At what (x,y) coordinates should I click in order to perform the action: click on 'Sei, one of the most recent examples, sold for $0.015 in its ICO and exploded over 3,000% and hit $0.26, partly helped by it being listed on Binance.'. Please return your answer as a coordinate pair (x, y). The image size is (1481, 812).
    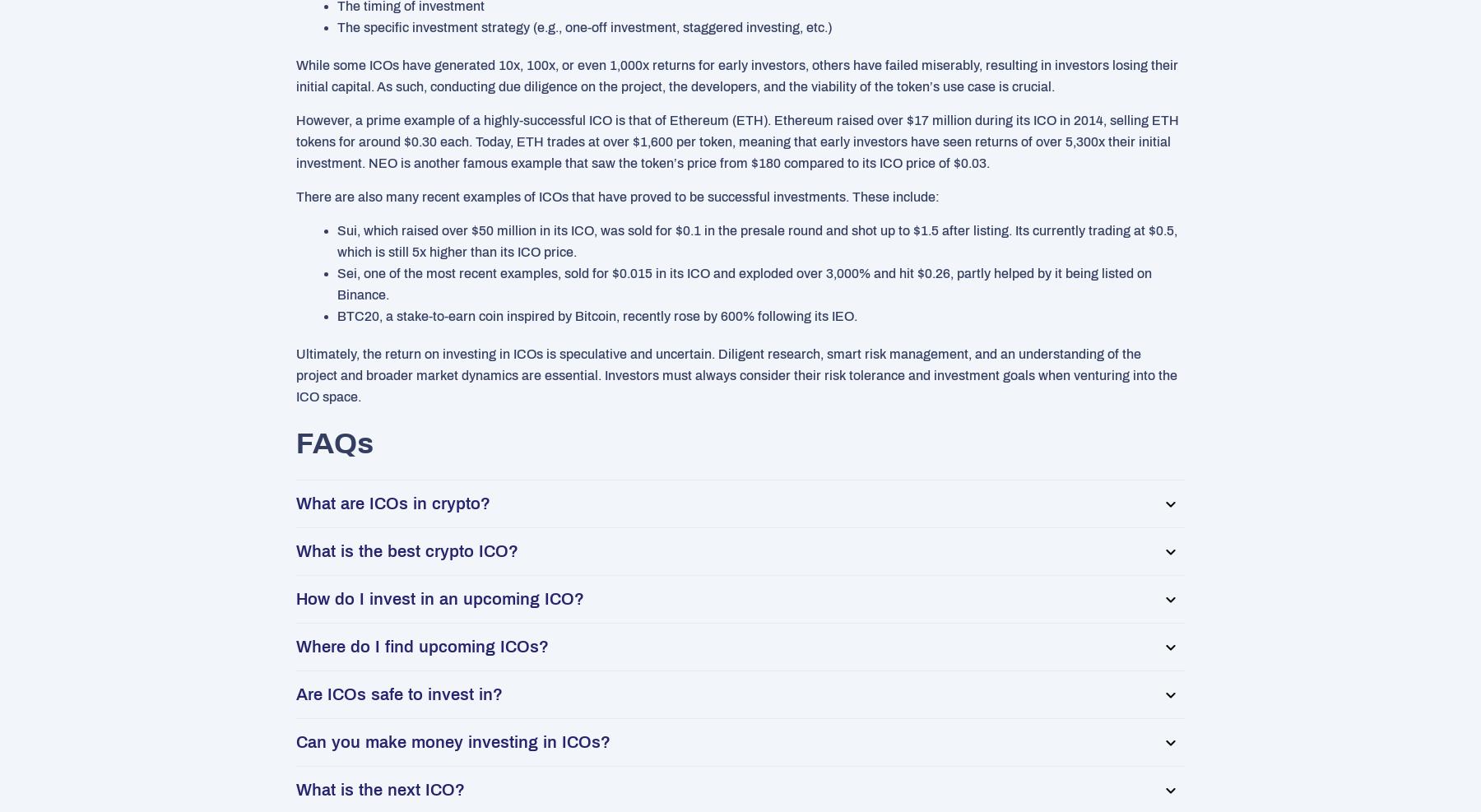
    Looking at the image, I should click on (744, 283).